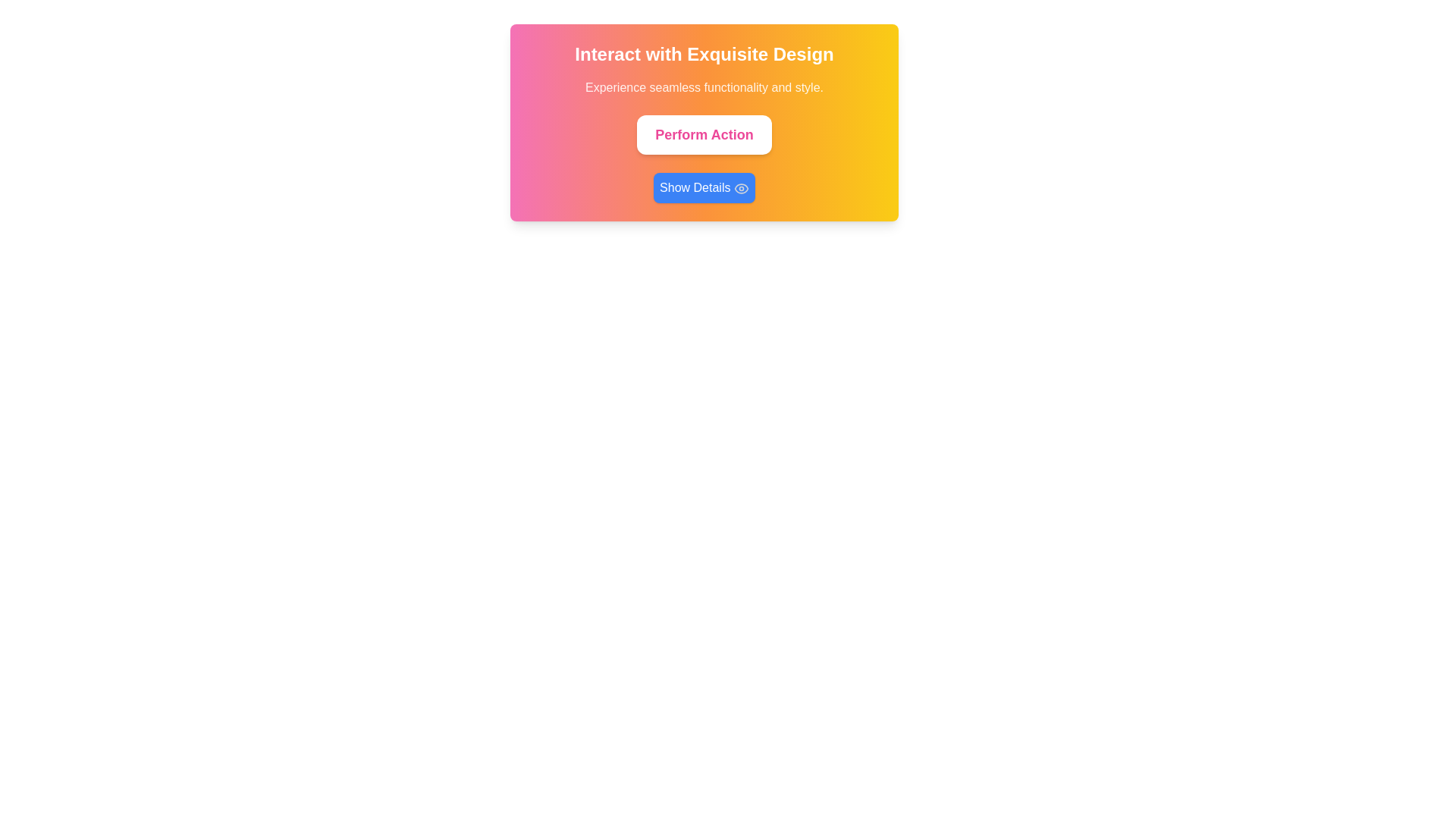 Image resolution: width=1456 pixels, height=819 pixels. I want to click on the bold, large-sized text reading 'Interact with Exquisite Design' that is positioned at the top center of its card with a gradient background, so click(704, 54).